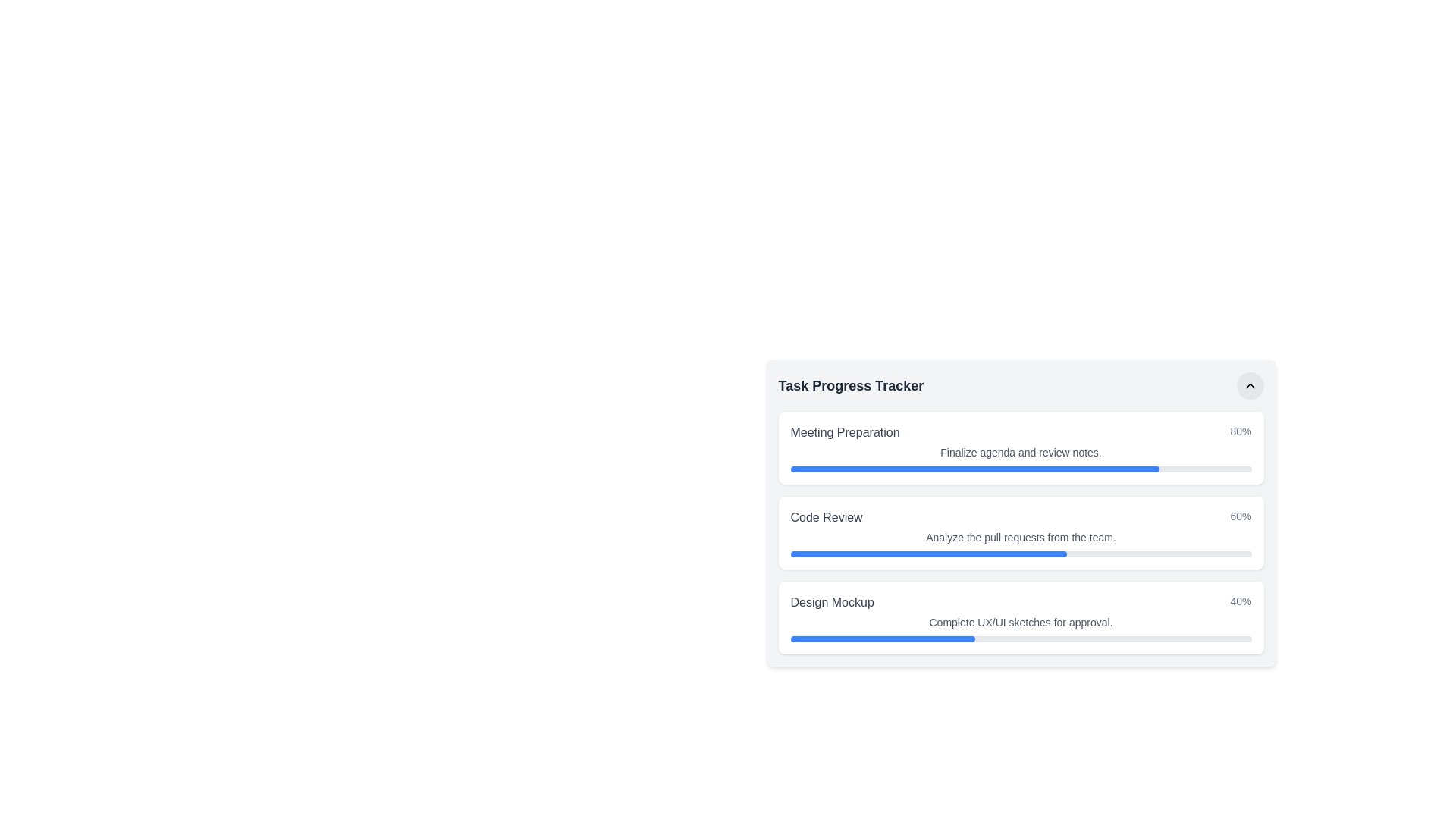  What do you see at coordinates (1021, 554) in the screenshot?
I see `the horizontal progress bar in the 'Code Review' task section, which is approximately sixty percent filled with blue, located below the text 'Analyze the pull requests from the team'` at bounding box center [1021, 554].